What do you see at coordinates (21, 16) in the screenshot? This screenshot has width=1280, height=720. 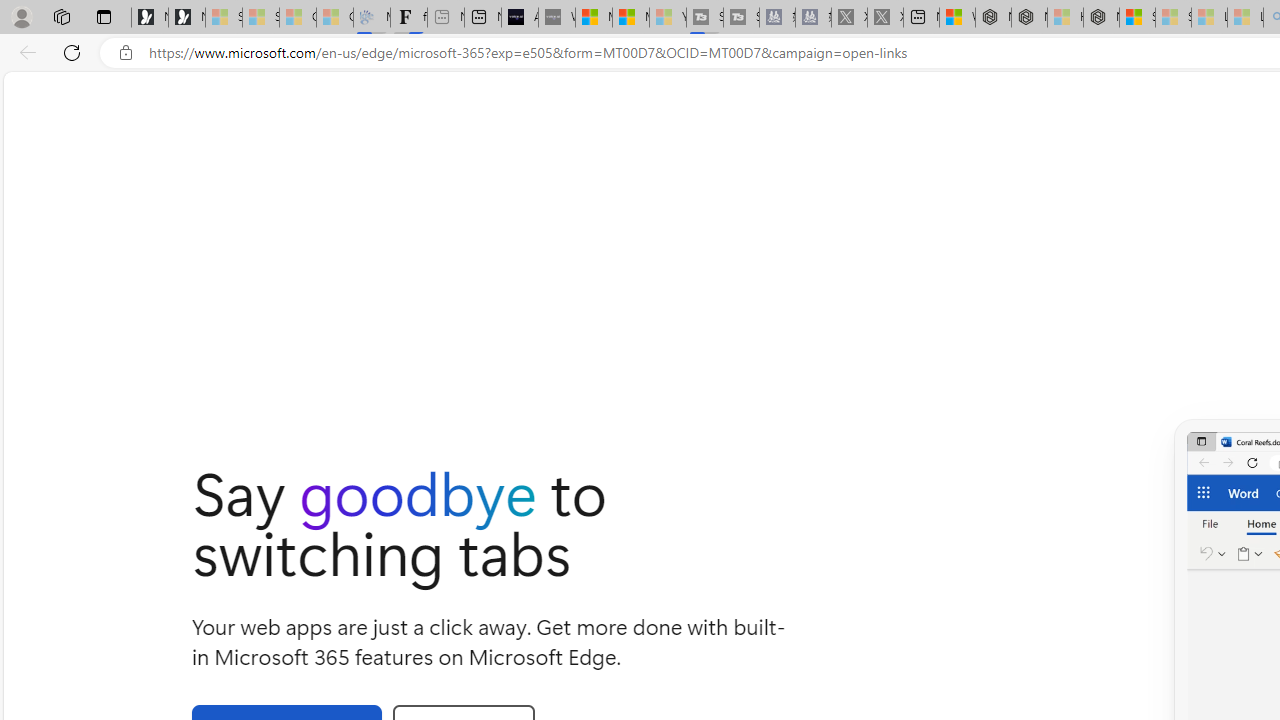 I see `'Personal Profile'` at bounding box center [21, 16].